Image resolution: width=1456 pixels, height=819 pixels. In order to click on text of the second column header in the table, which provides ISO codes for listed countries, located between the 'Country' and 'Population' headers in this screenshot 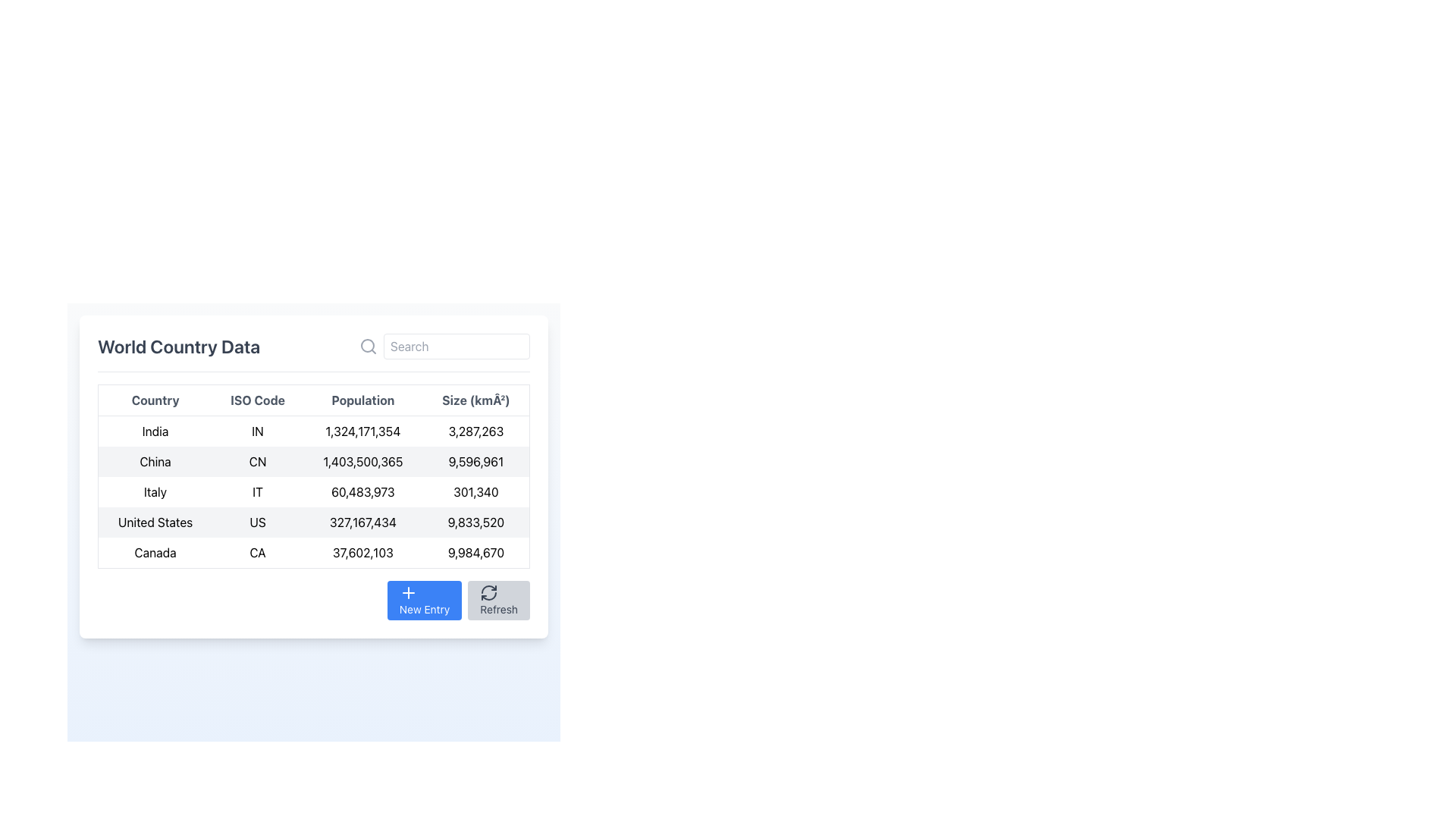, I will do `click(258, 400)`.